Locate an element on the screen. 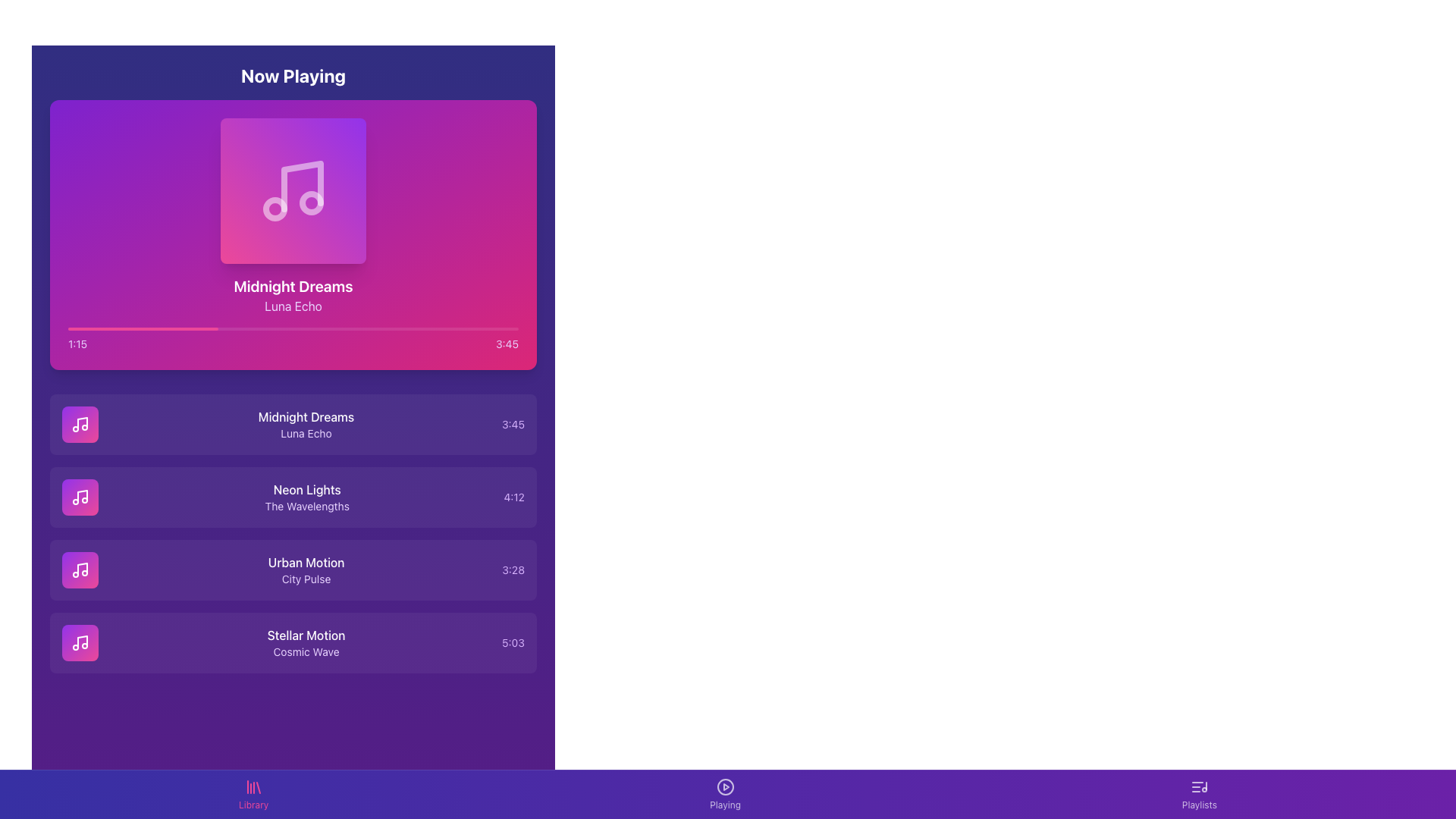 The image size is (1456, 819). the currently playing song interface located prominently at the top center of the Music Player Interface, which provides details about the track, artist, and playback position is located at coordinates (293, 234).